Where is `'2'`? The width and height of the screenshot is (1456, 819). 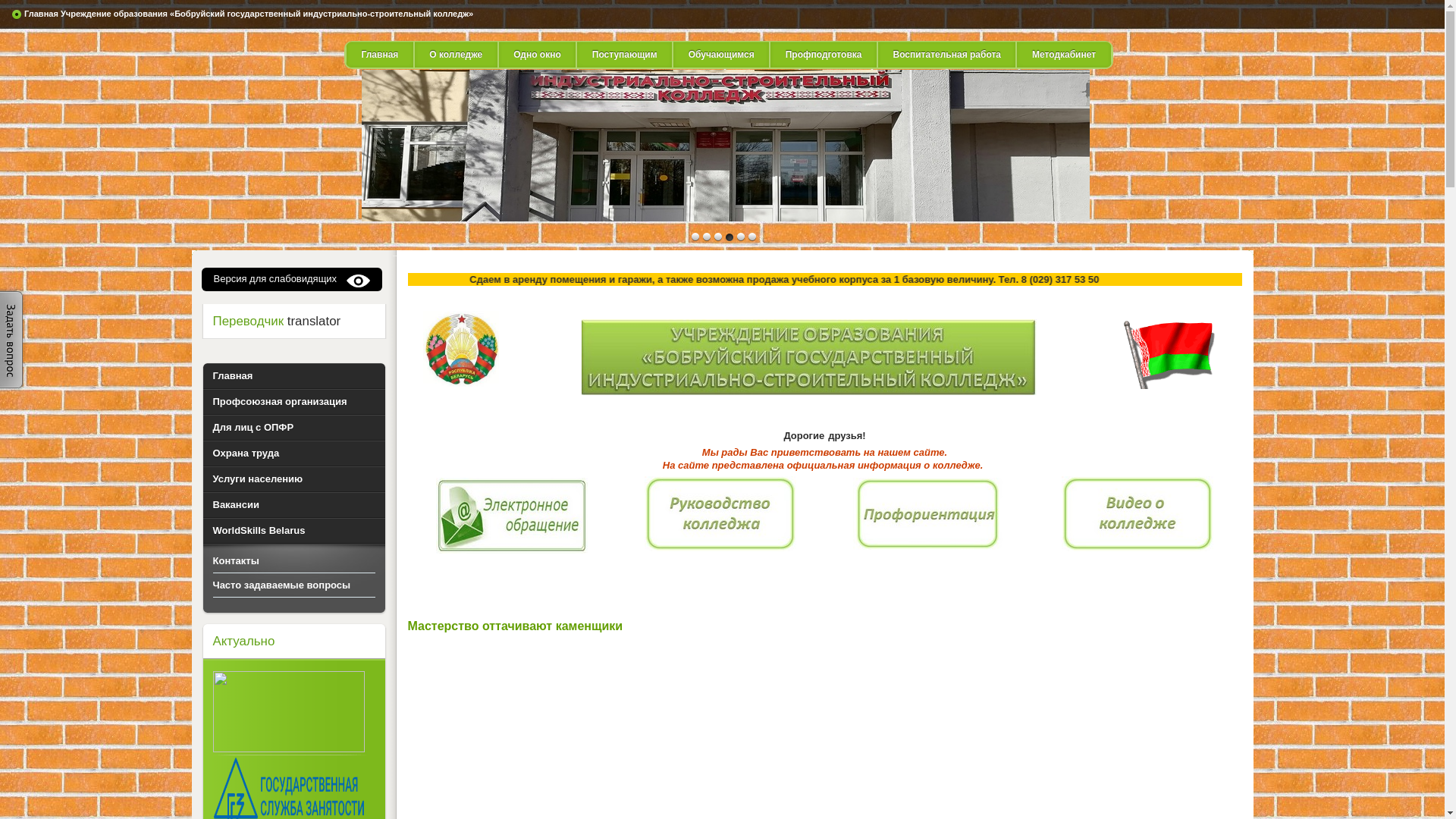
'2' is located at coordinates (717, 237).